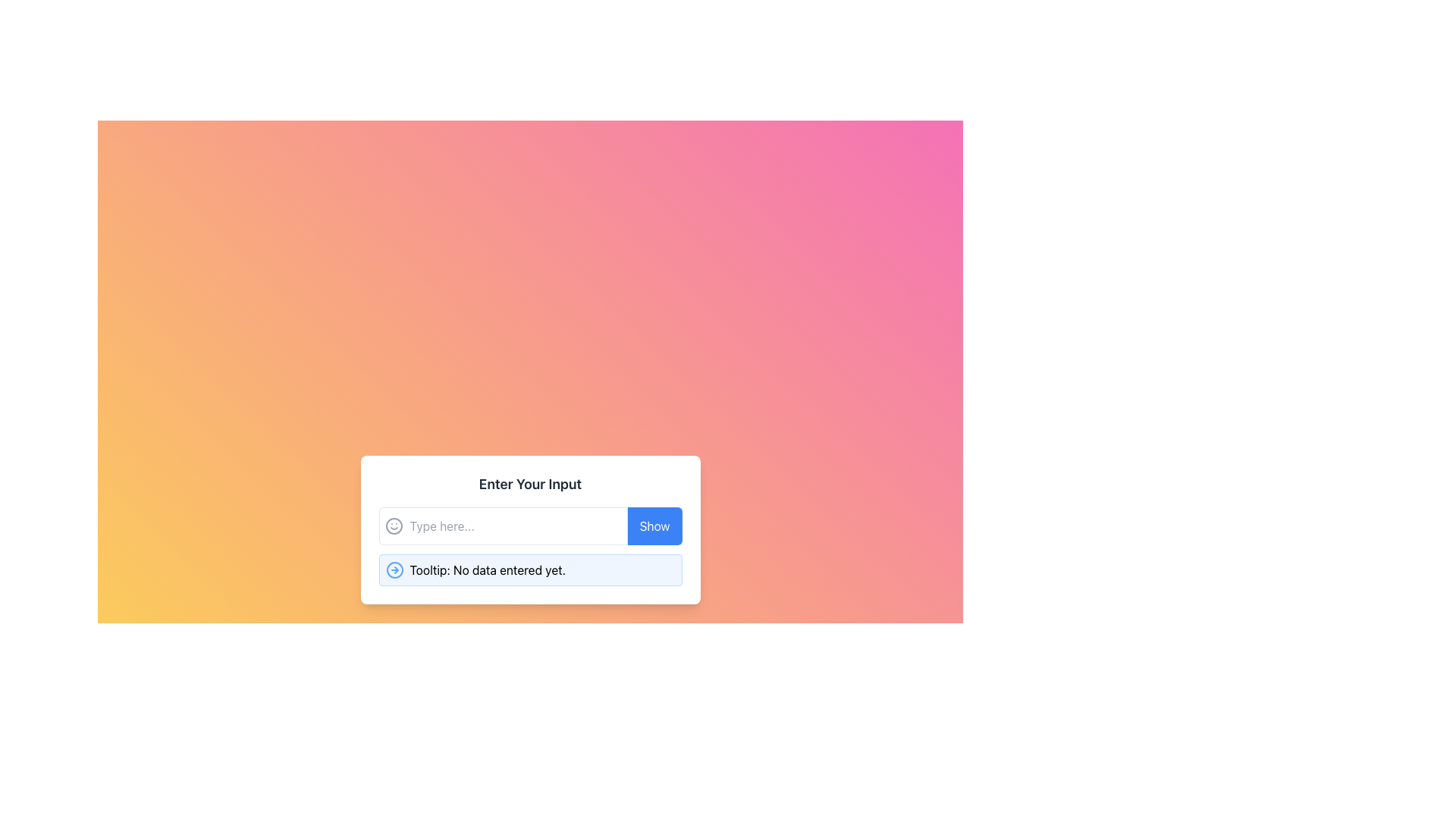 This screenshot has width=1456, height=819. Describe the element at coordinates (394, 570) in the screenshot. I see `the arrow icon located to the left of the text 'Tooltip: No data entered yet.' which serves as a navigational aid indicating direction to the right` at that location.